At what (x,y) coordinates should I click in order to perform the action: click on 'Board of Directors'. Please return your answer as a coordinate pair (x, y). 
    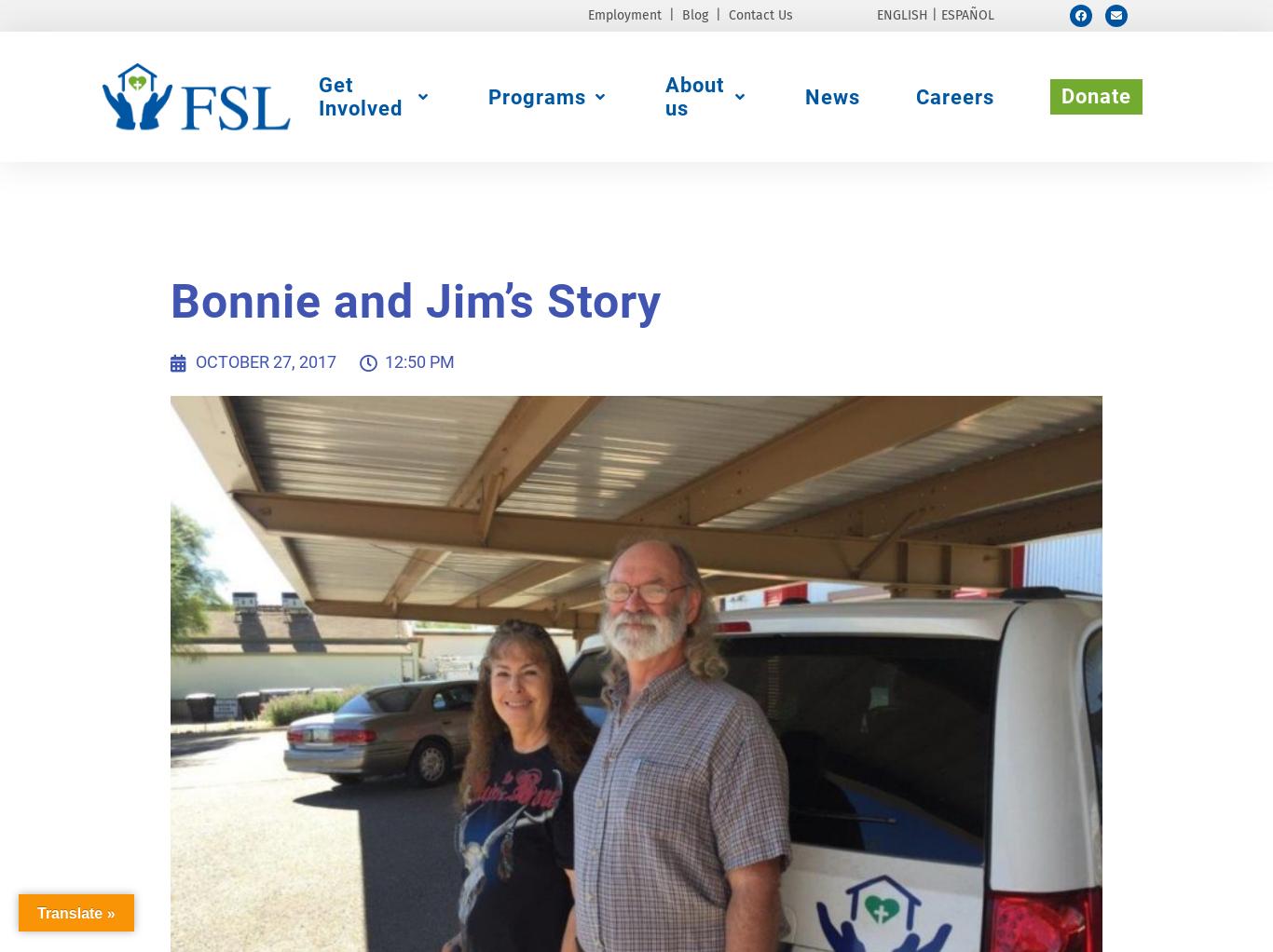
    Looking at the image, I should click on (721, 215).